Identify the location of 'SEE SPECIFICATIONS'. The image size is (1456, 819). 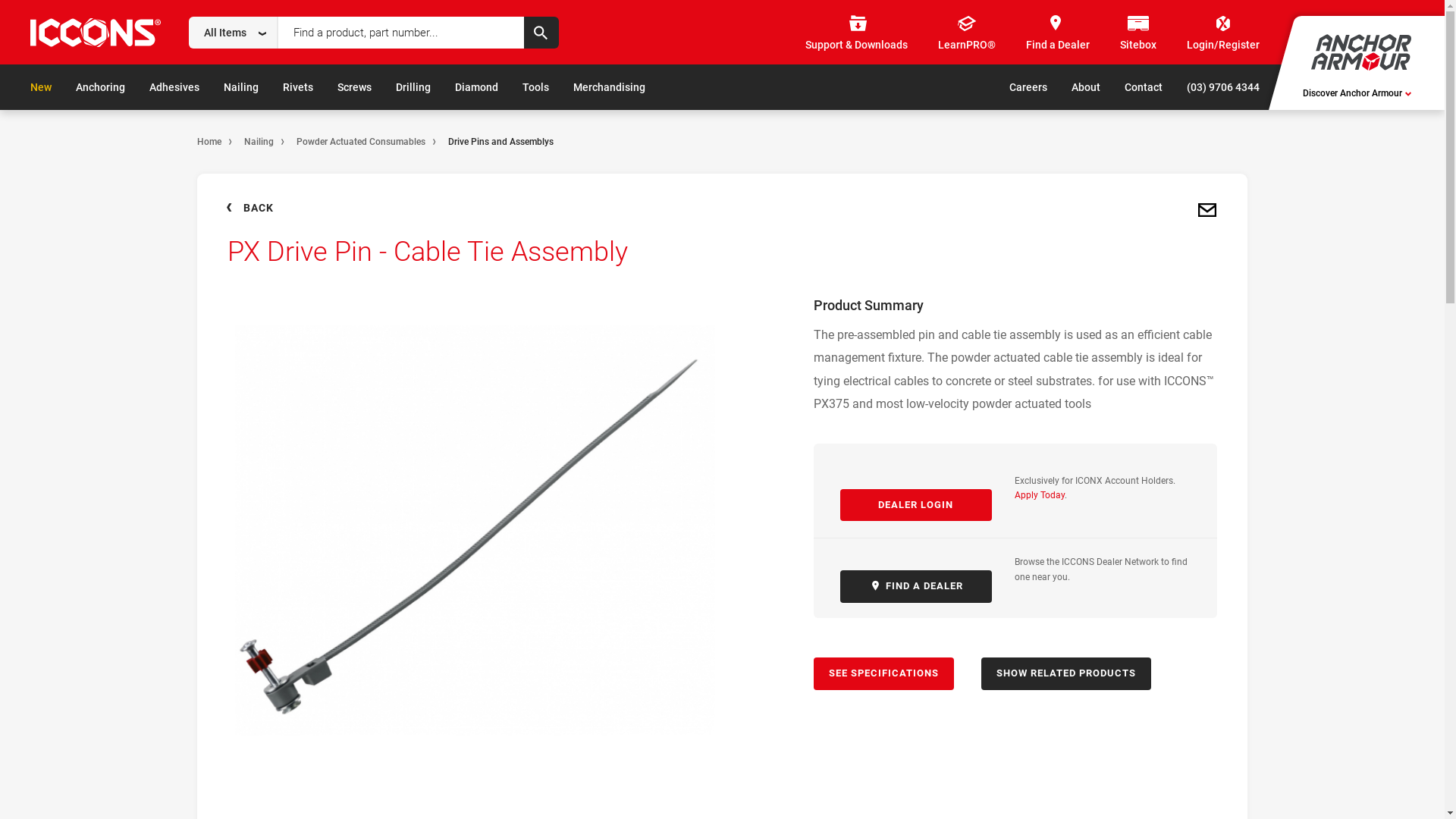
(883, 673).